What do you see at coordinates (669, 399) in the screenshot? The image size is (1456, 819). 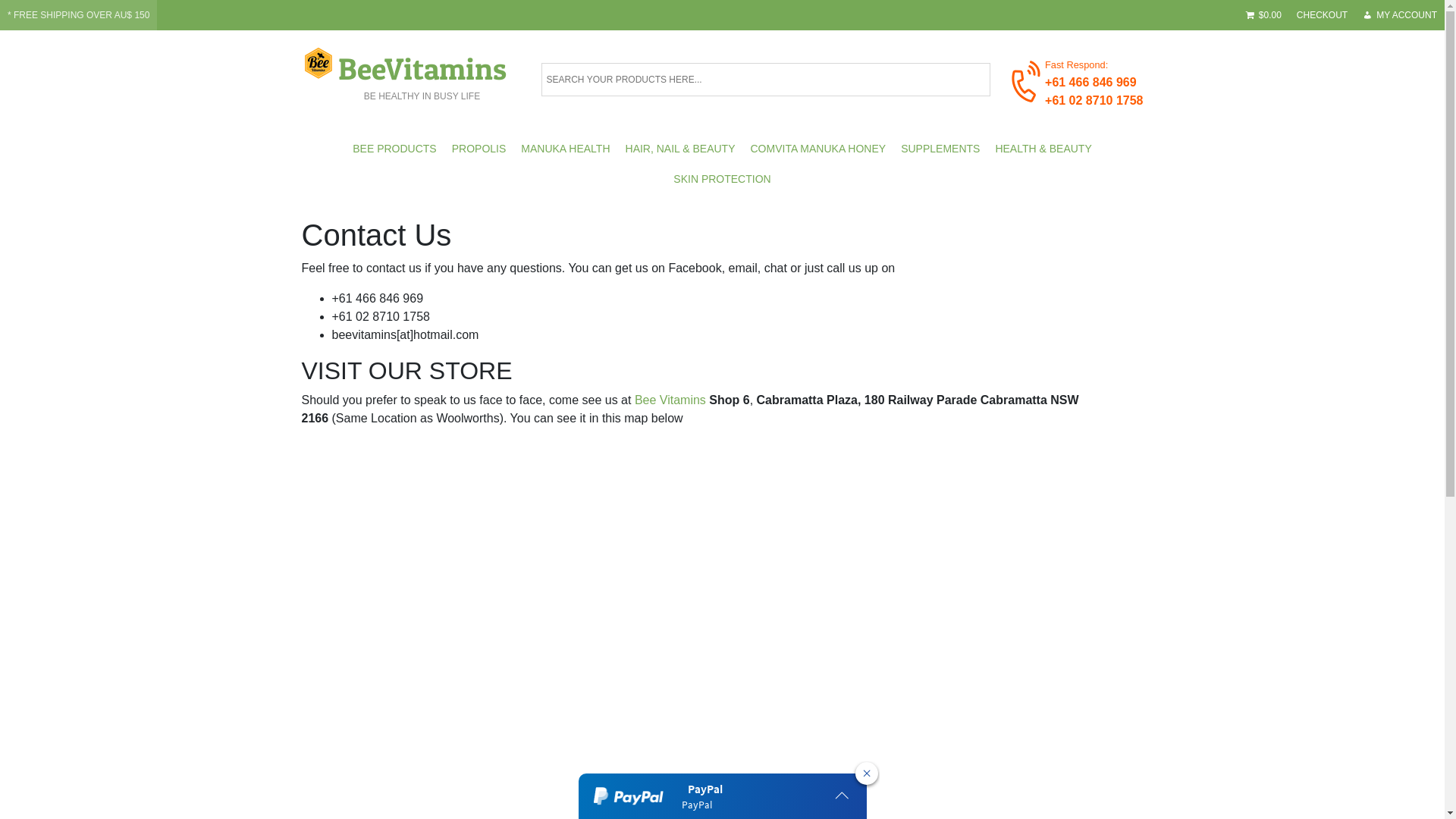 I see `'Bee Vitamins'` at bounding box center [669, 399].